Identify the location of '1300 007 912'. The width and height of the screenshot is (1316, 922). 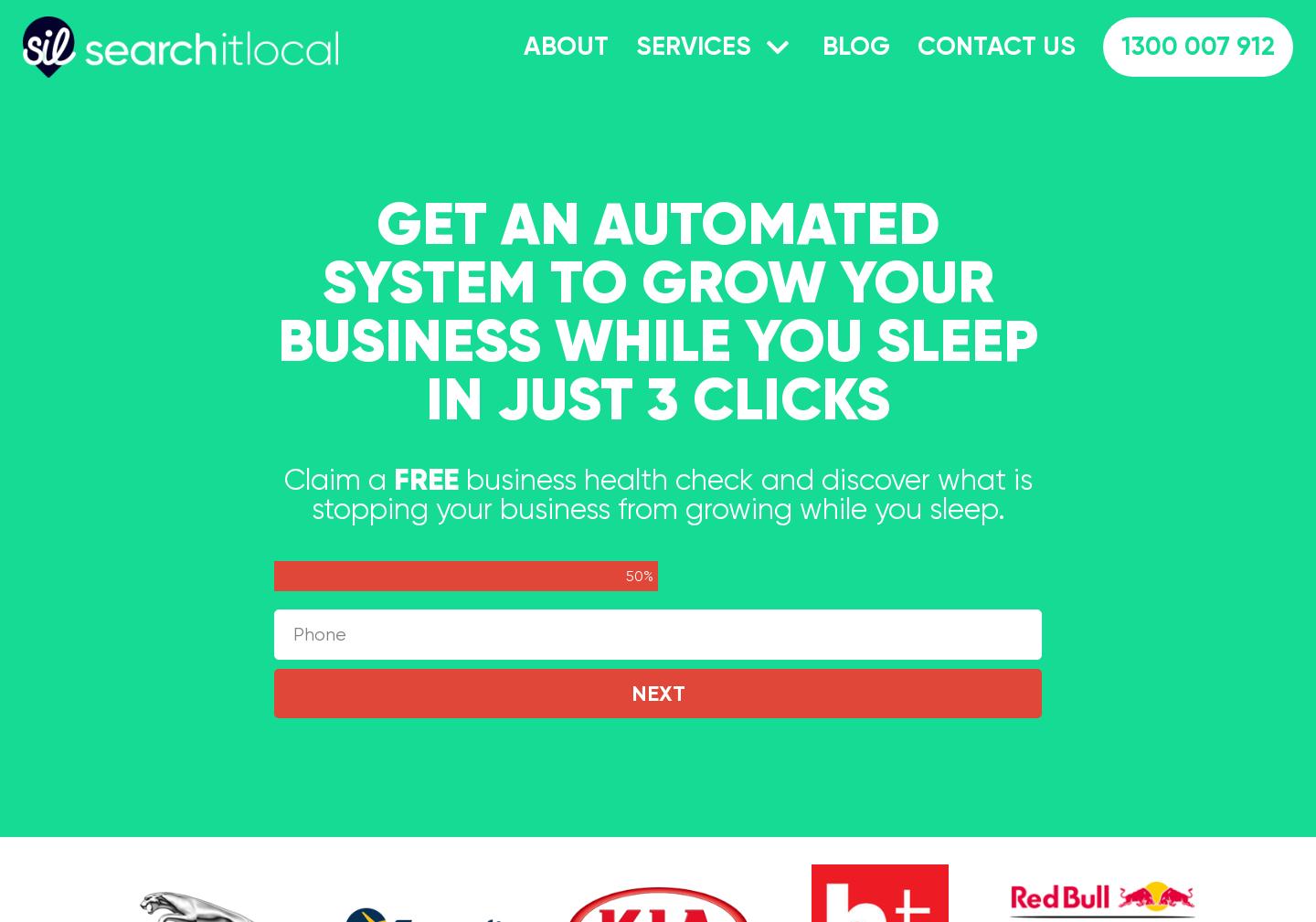
(1197, 45).